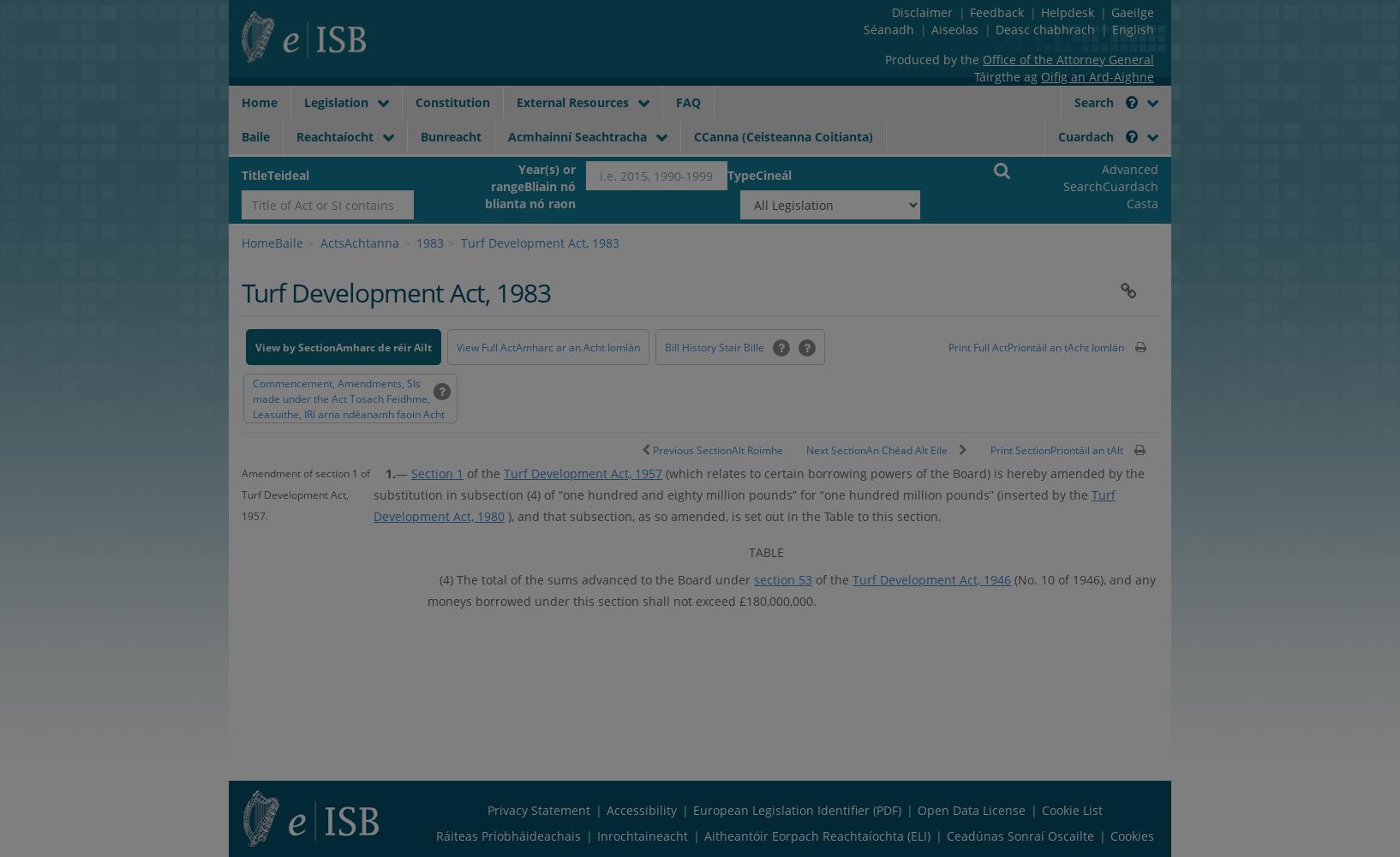  What do you see at coordinates (980, 58) in the screenshot?
I see `'Office of the Attorney General'` at bounding box center [980, 58].